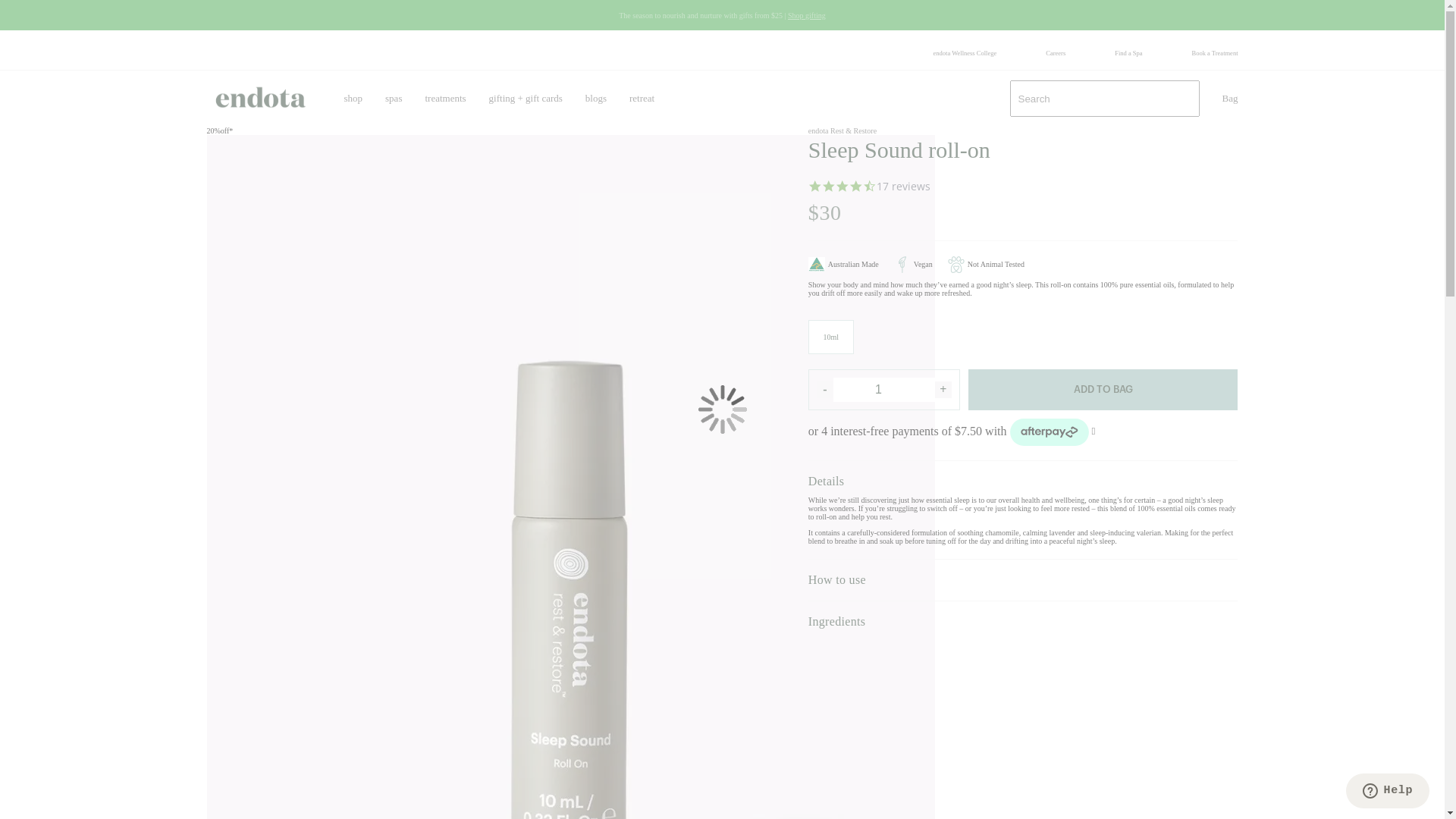 The image size is (1456, 819). I want to click on 'Bag', so click(1230, 99).